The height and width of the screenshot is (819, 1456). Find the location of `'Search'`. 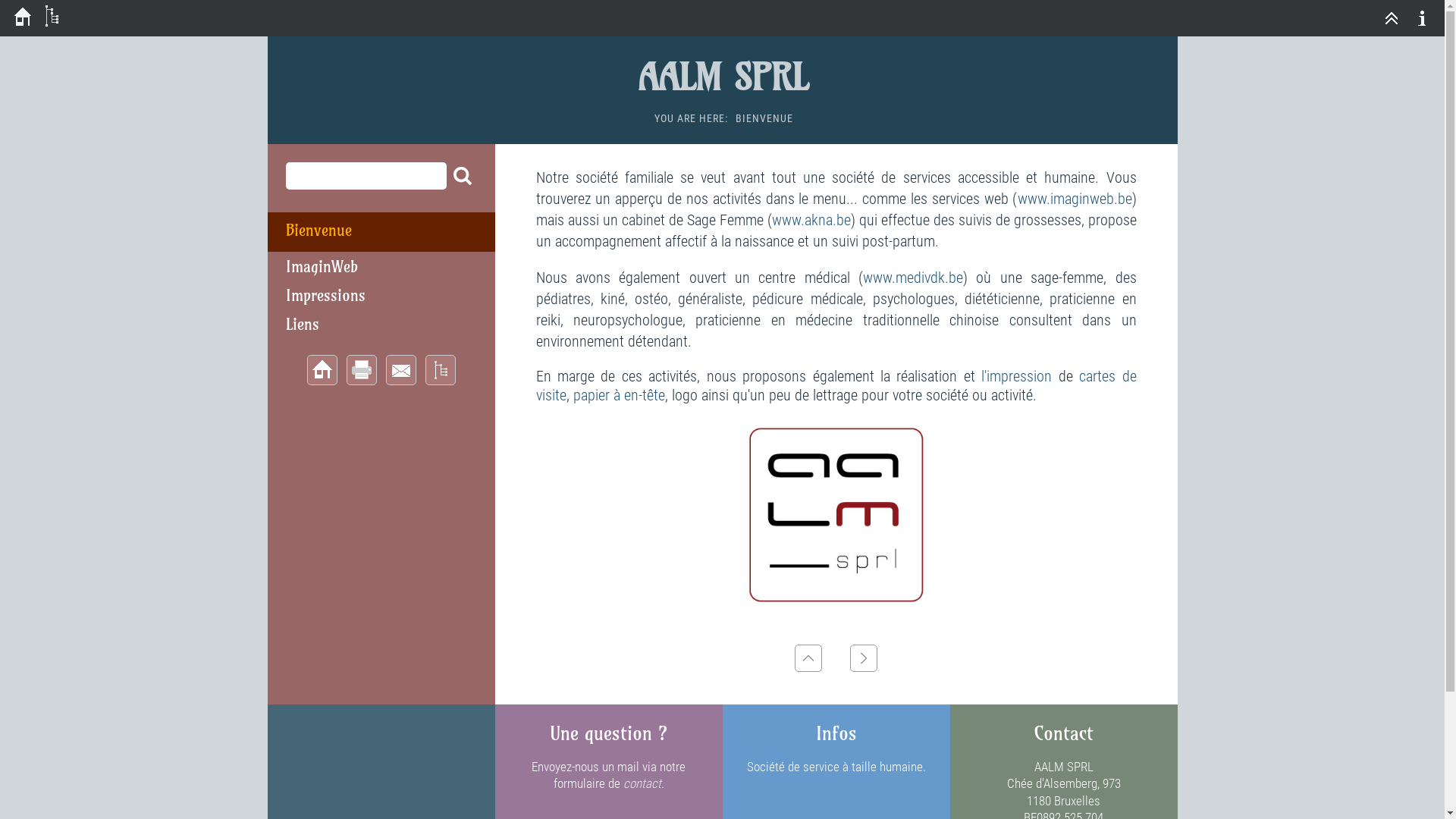

'Search' is located at coordinates (460, 175).